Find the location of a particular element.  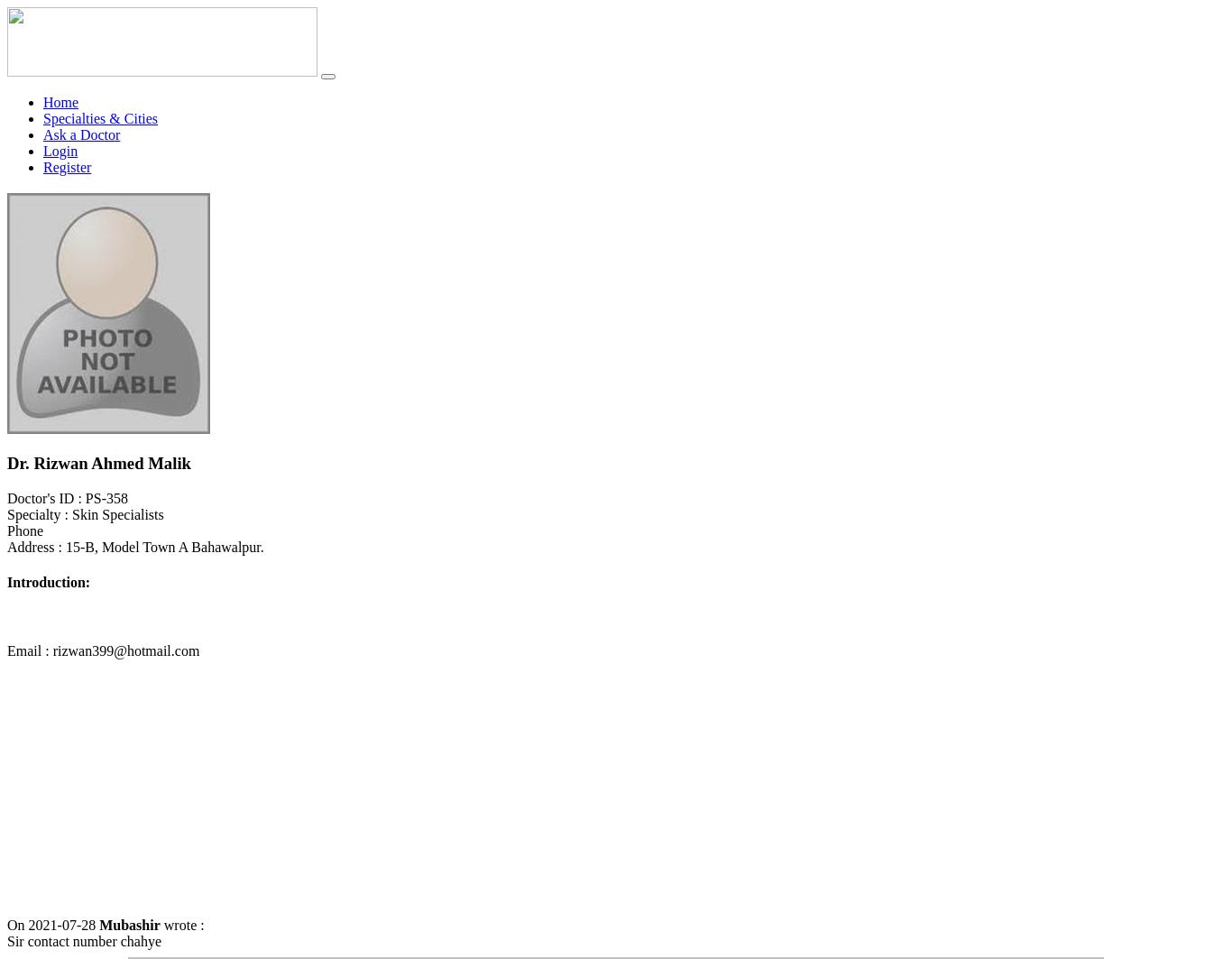

'wrote :' is located at coordinates (180, 923).